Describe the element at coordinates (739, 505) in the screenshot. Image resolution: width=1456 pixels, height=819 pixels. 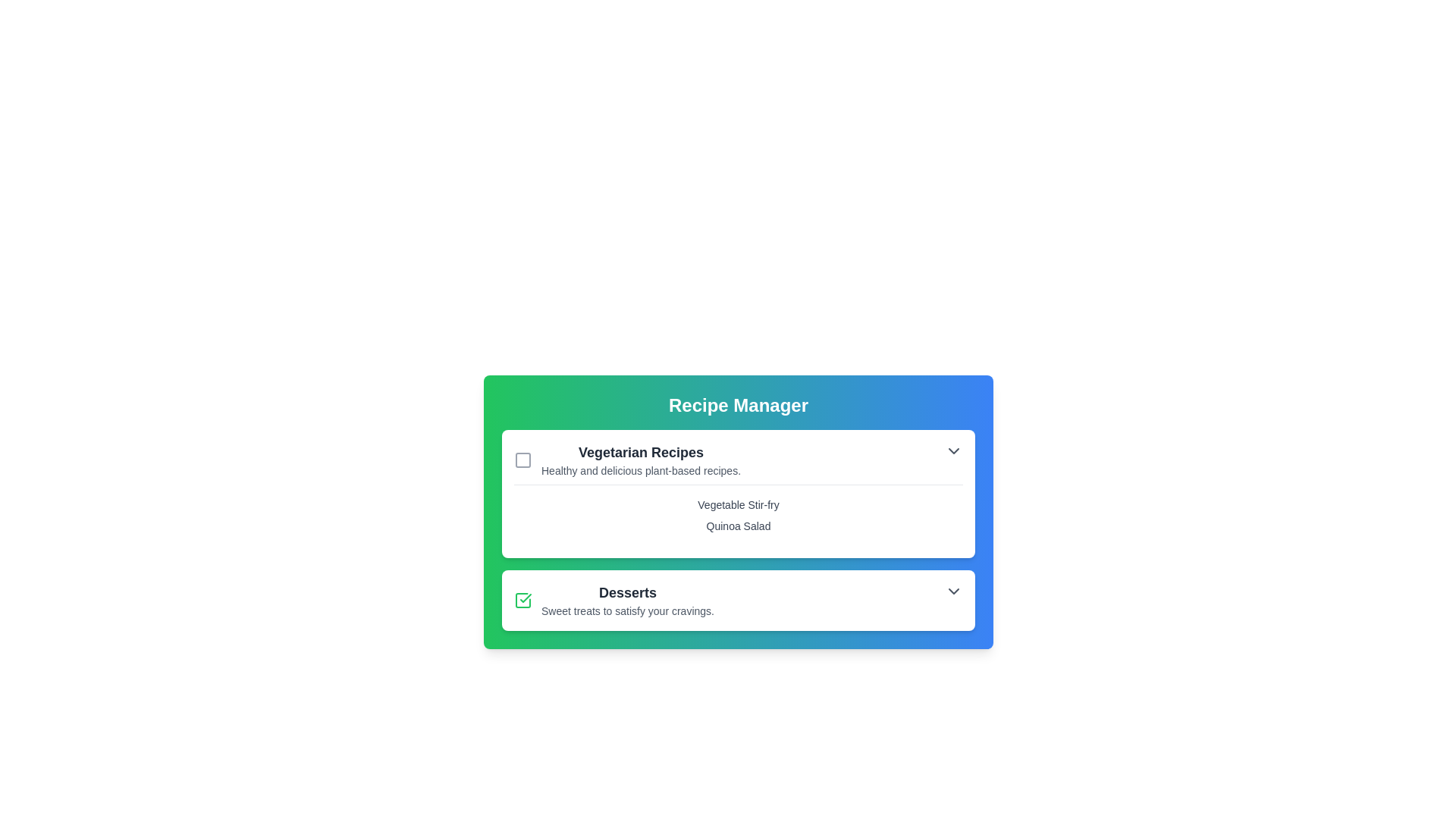
I see `the text label displaying 'Vegetable Stir-fry' which is located under the 'Vegetarian Recipes' title` at that location.